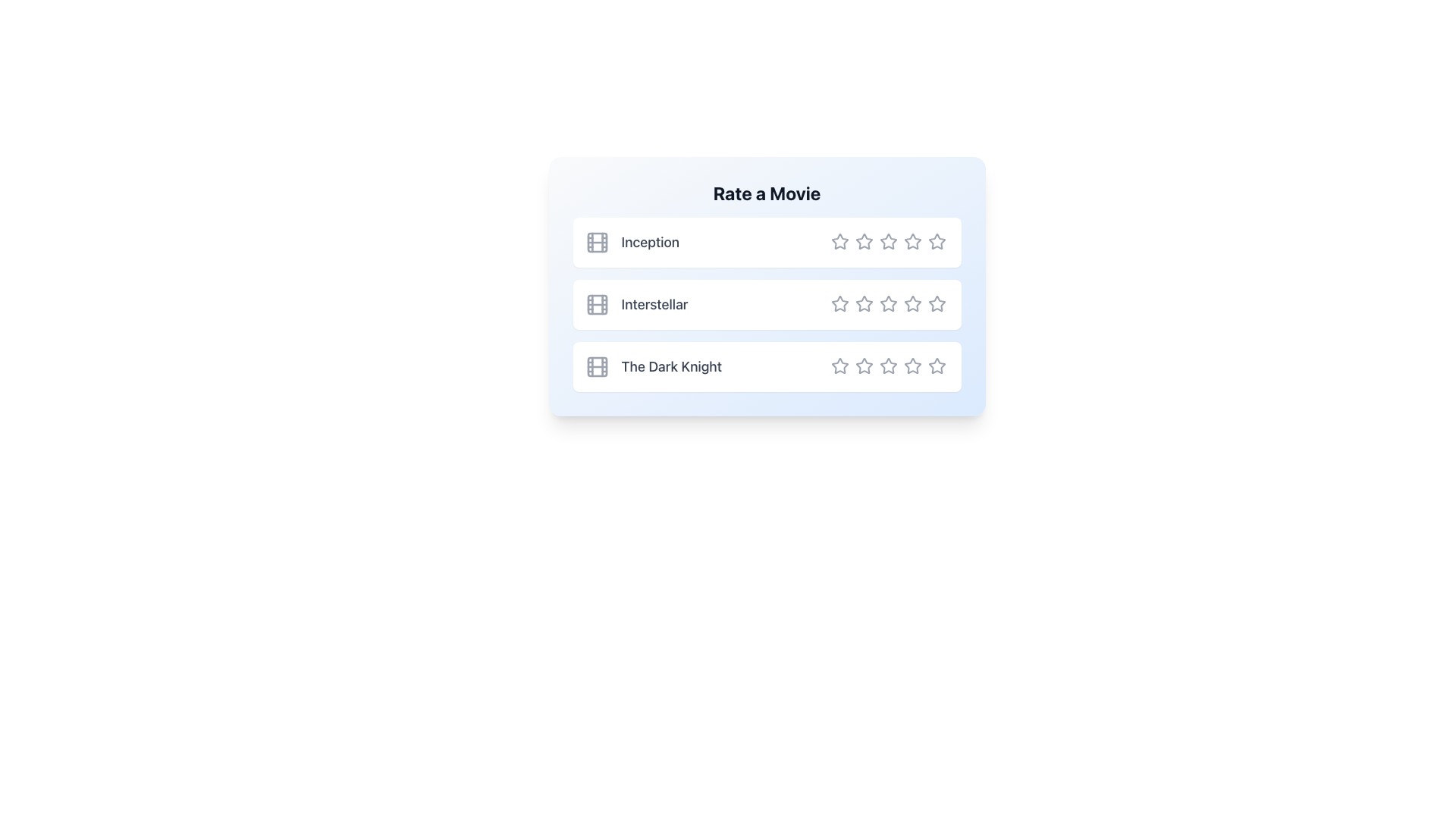 This screenshot has width=1456, height=819. Describe the element at coordinates (864, 304) in the screenshot. I see `the second star in the rating interface for the movie 'Interstellar'` at that location.